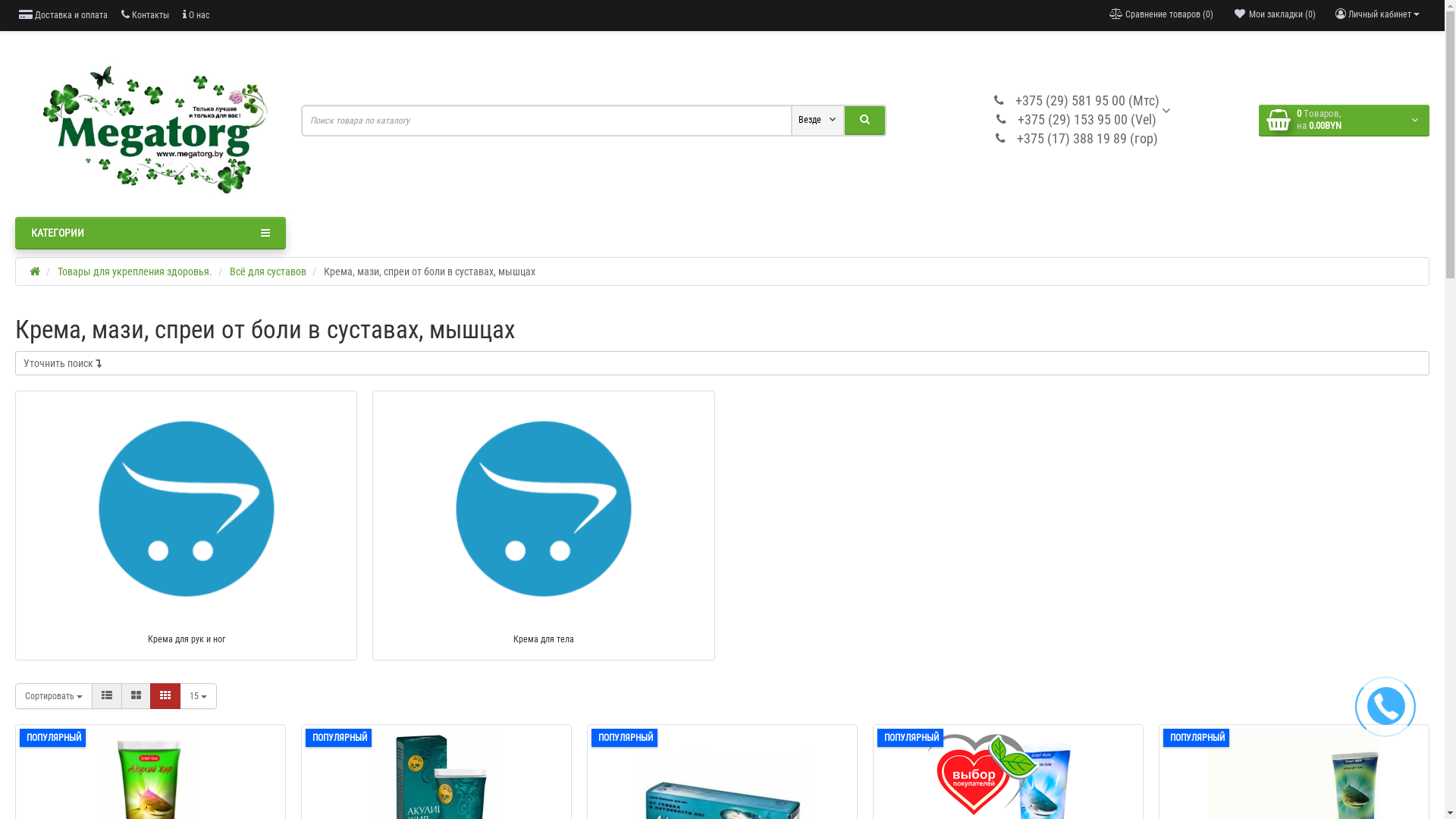 This screenshot has width=1456, height=819. I want to click on '15', so click(179, 696).